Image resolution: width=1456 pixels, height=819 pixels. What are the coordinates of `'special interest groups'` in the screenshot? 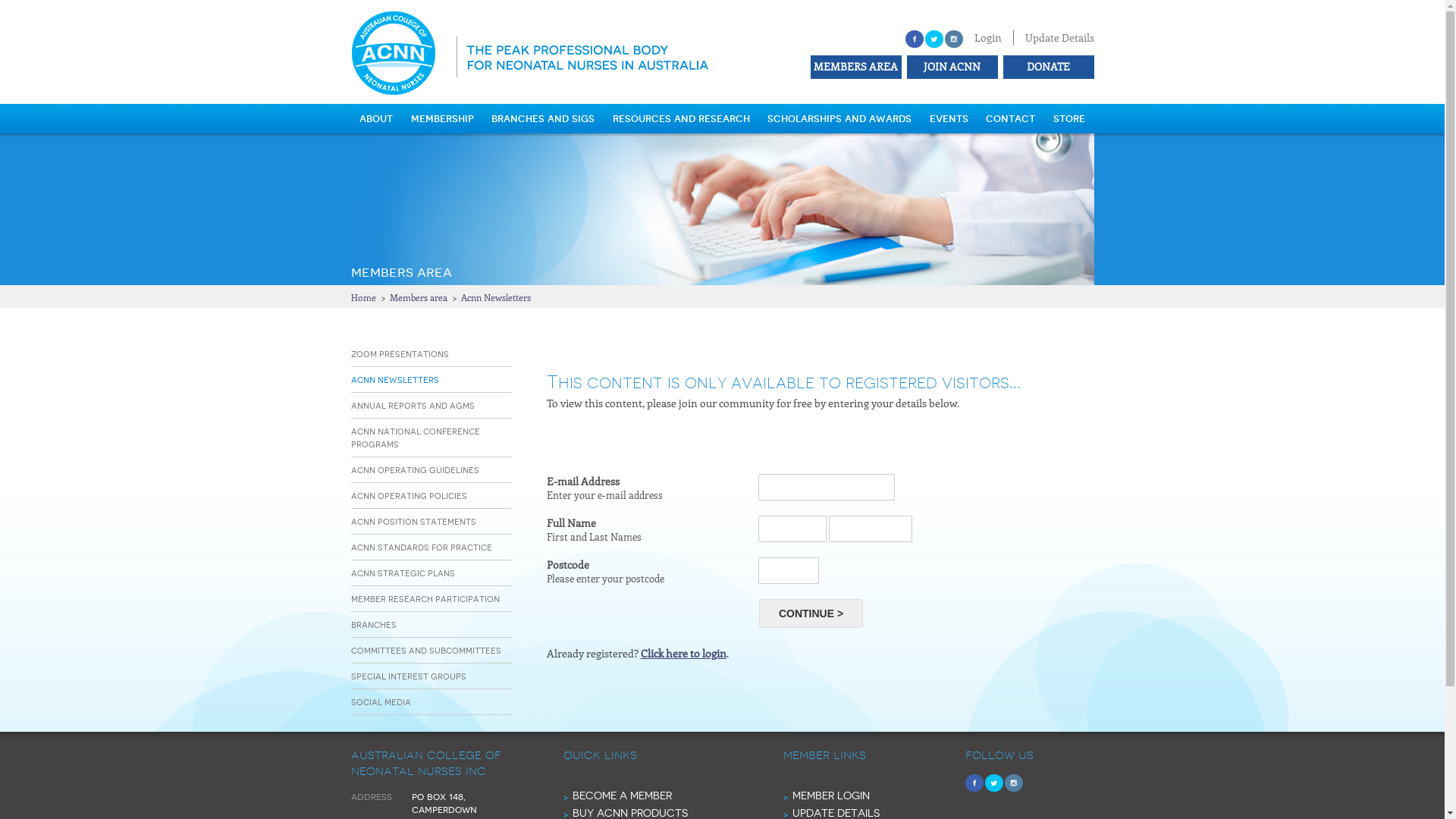 It's located at (407, 675).